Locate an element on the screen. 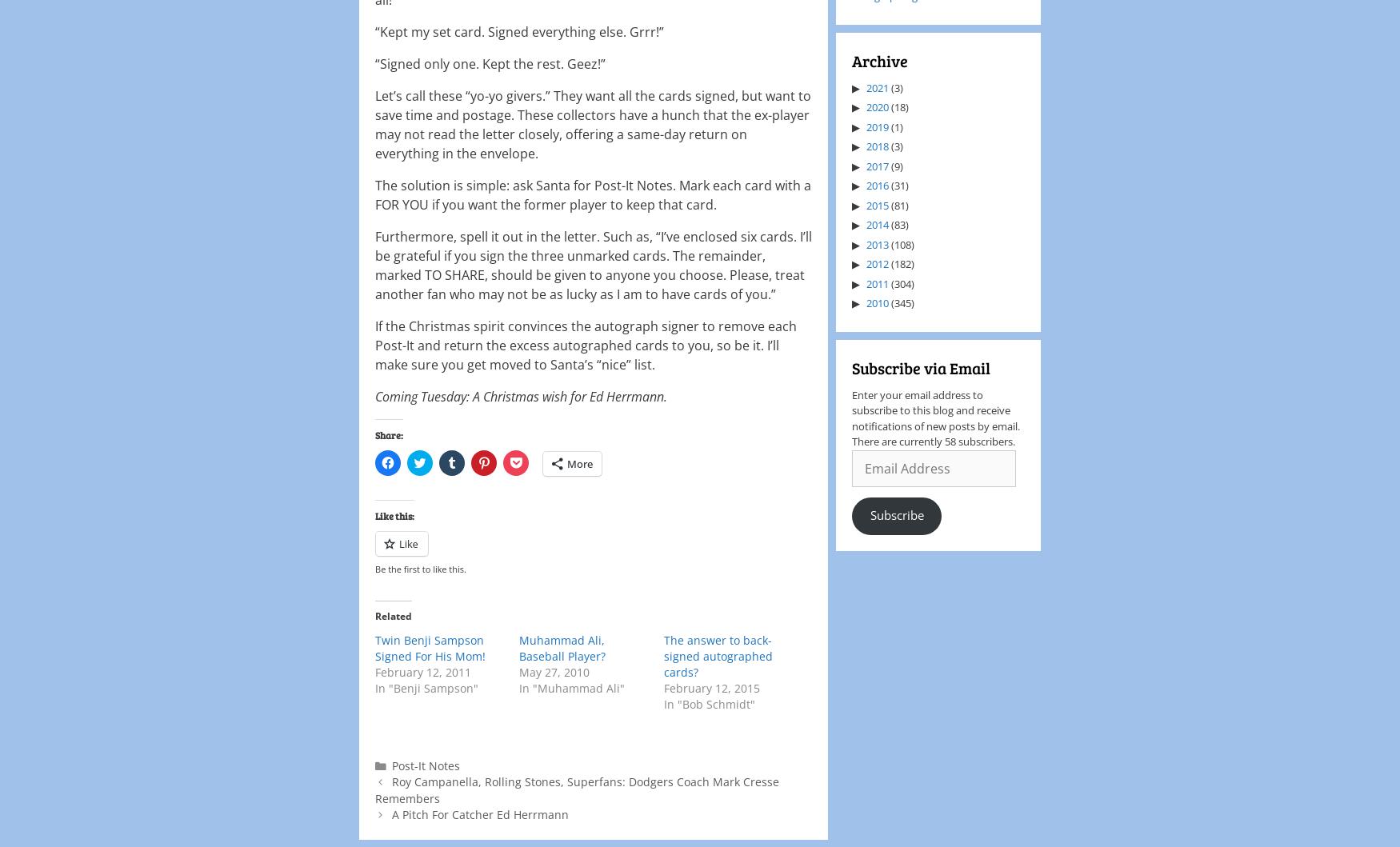  'Share:' is located at coordinates (375, 433).